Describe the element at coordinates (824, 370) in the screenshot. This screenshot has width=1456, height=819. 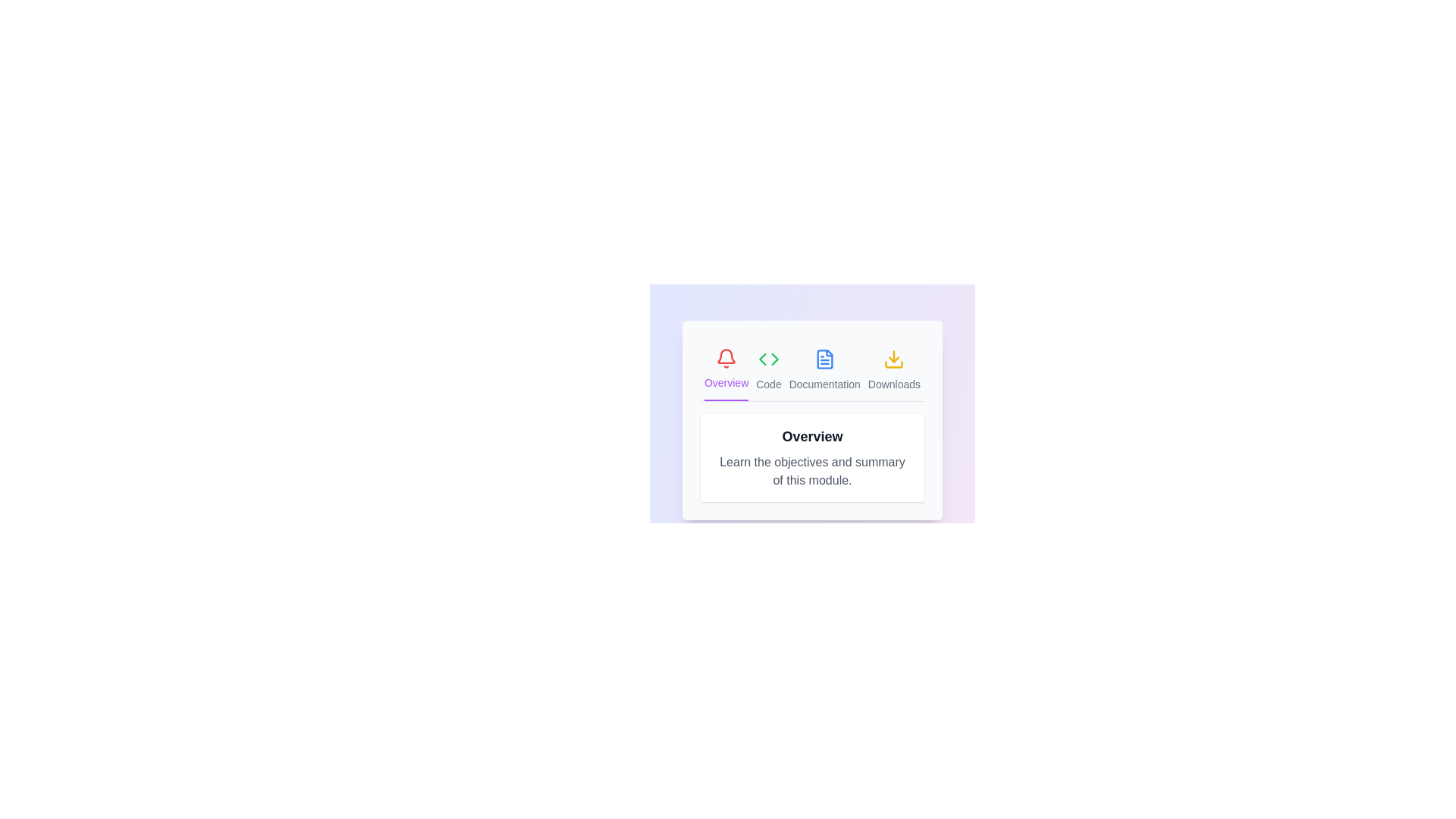
I see `the tab labeled Documentation` at that location.